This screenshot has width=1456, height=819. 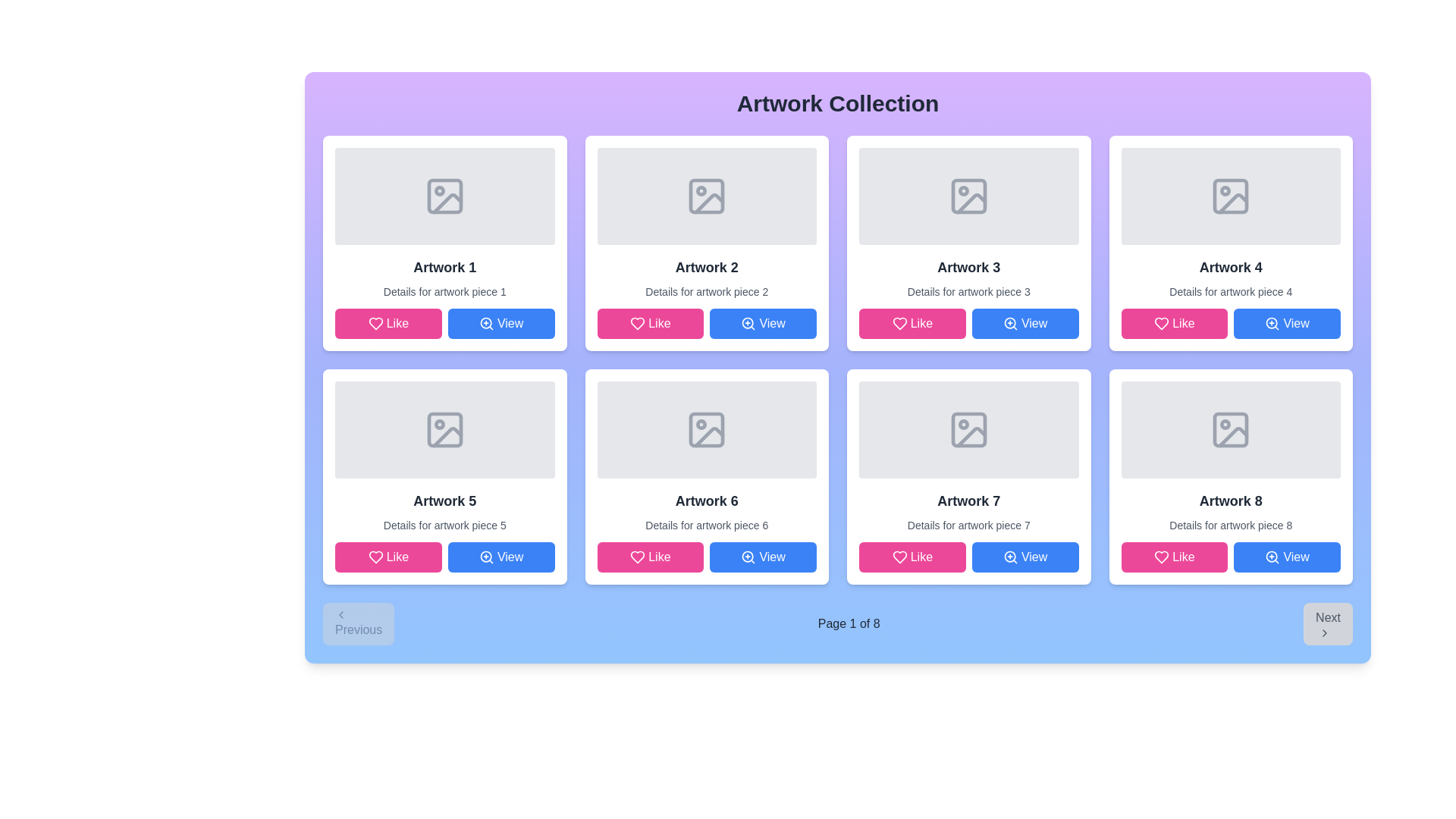 I want to click on the blue rectangular button labeled 'View' with a magnifying glass icon, located under the description of 'Artwork 4', to change its appearance, so click(x=1286, y=323).